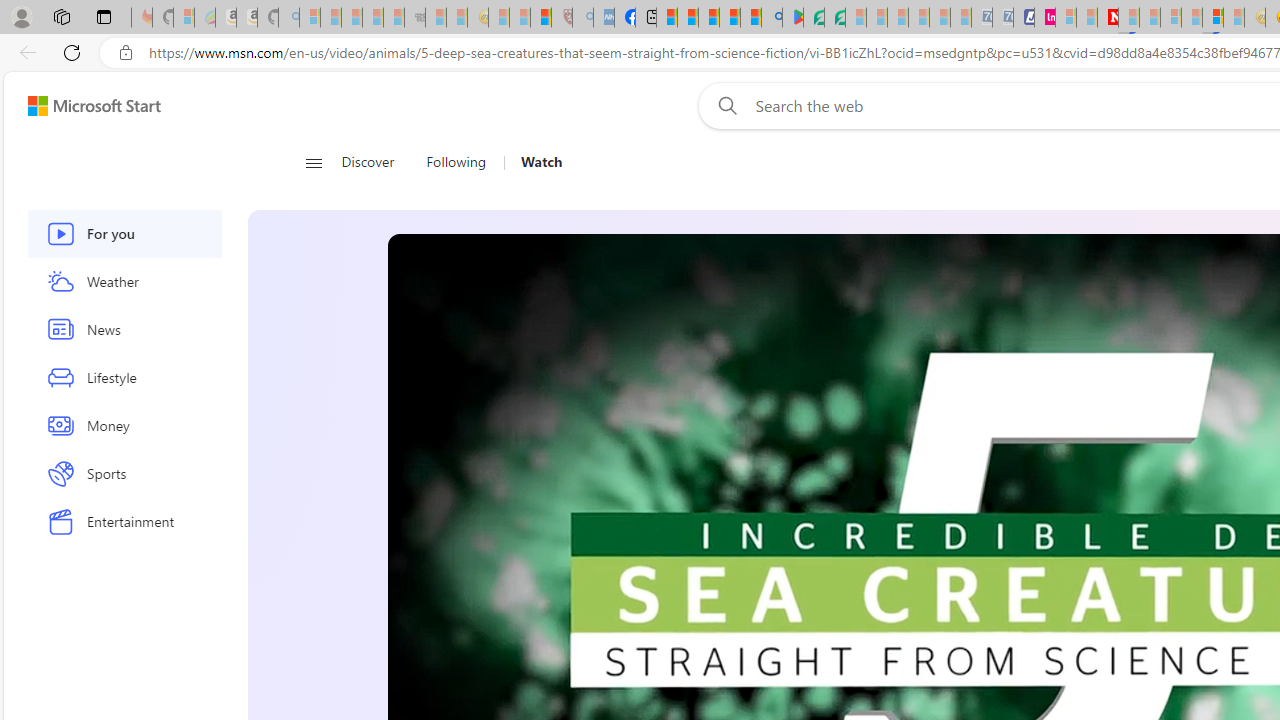 This screenshot has width=1280, height=720. I want to click on 'Local - MSN', so click(541, 17).